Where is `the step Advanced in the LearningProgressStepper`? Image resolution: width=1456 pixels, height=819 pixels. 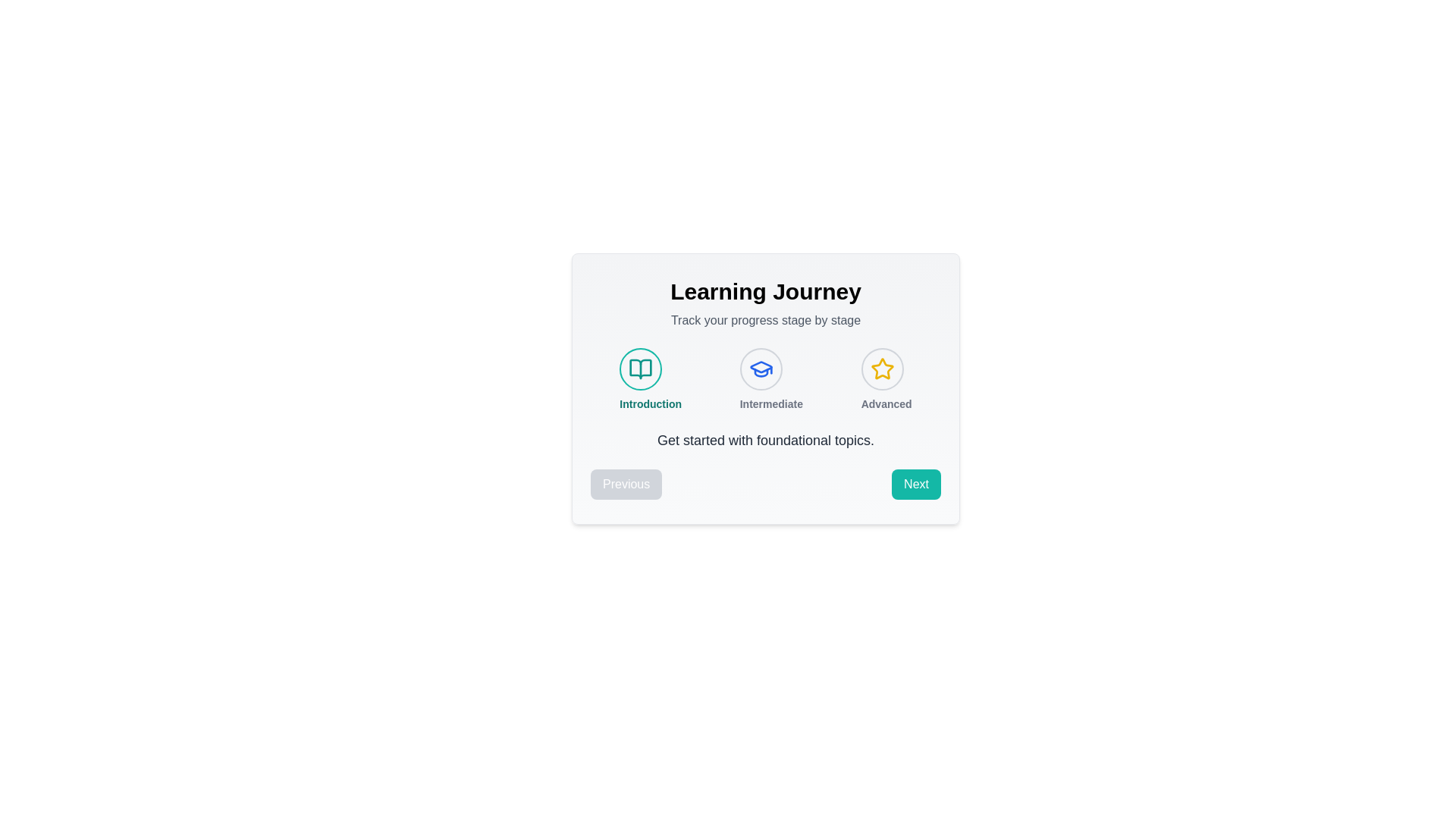 the step Advanced in the LearningProgressStepper is located at coordinates (882, 369).